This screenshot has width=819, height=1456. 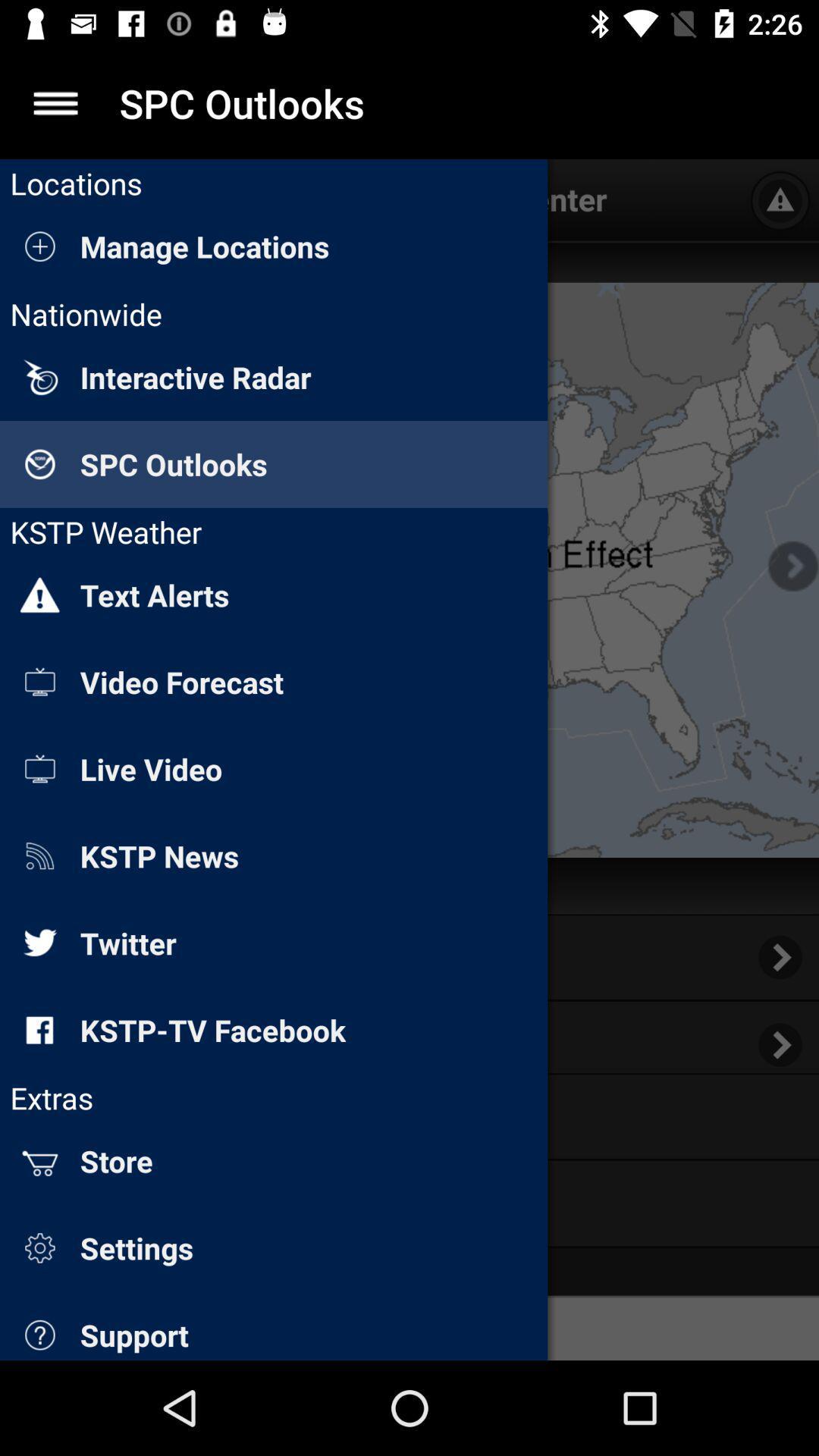 What do you see at coordinates (55, 102) in the screenshot?
I see `the menu icon` at bounding box center [55, 102].